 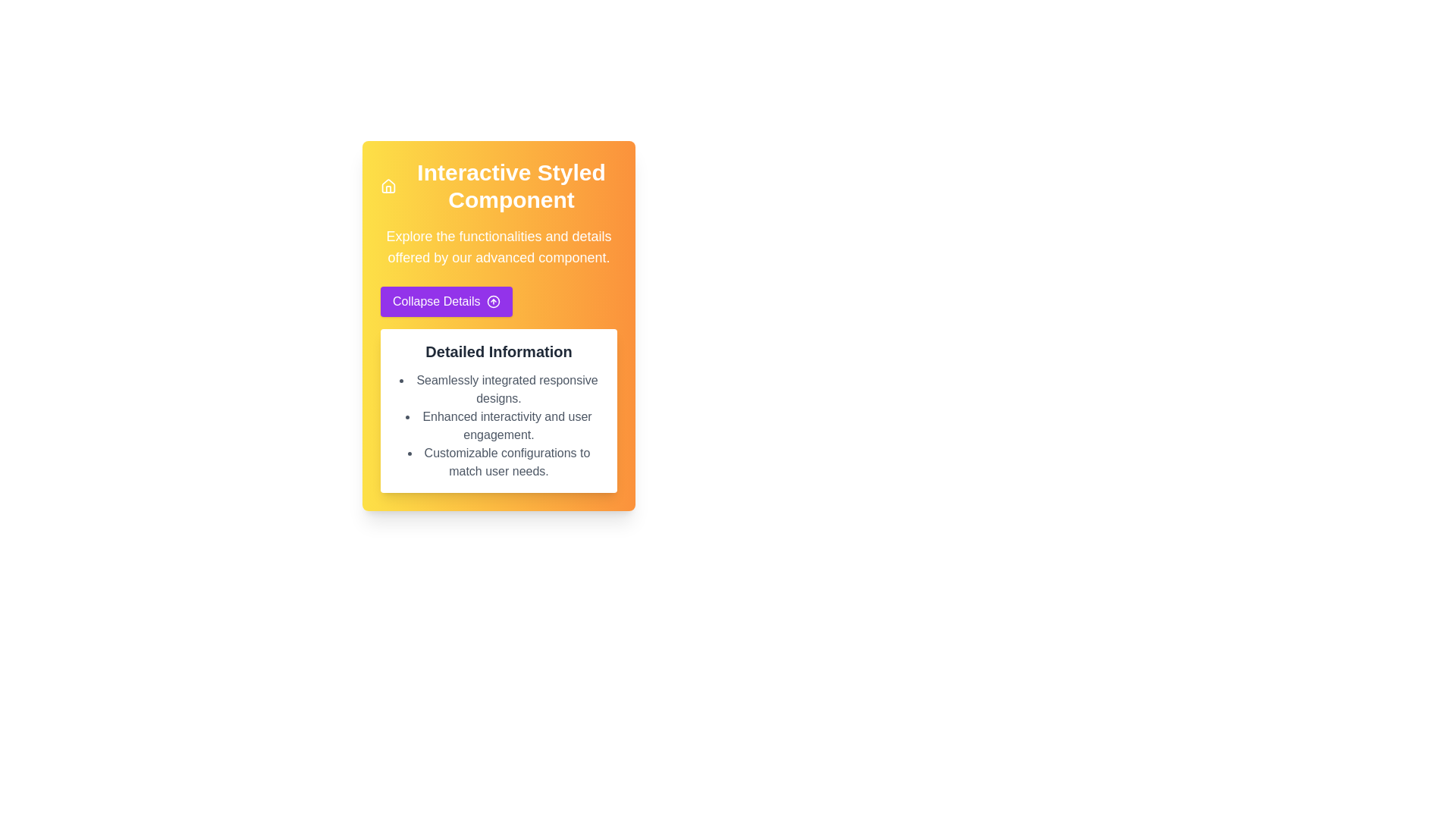 I want to click on text 'Enhanced interactivity and user engagement.' from the second bullet-point list item under the 'Detailed Information' section, so click(x=498, y=426).